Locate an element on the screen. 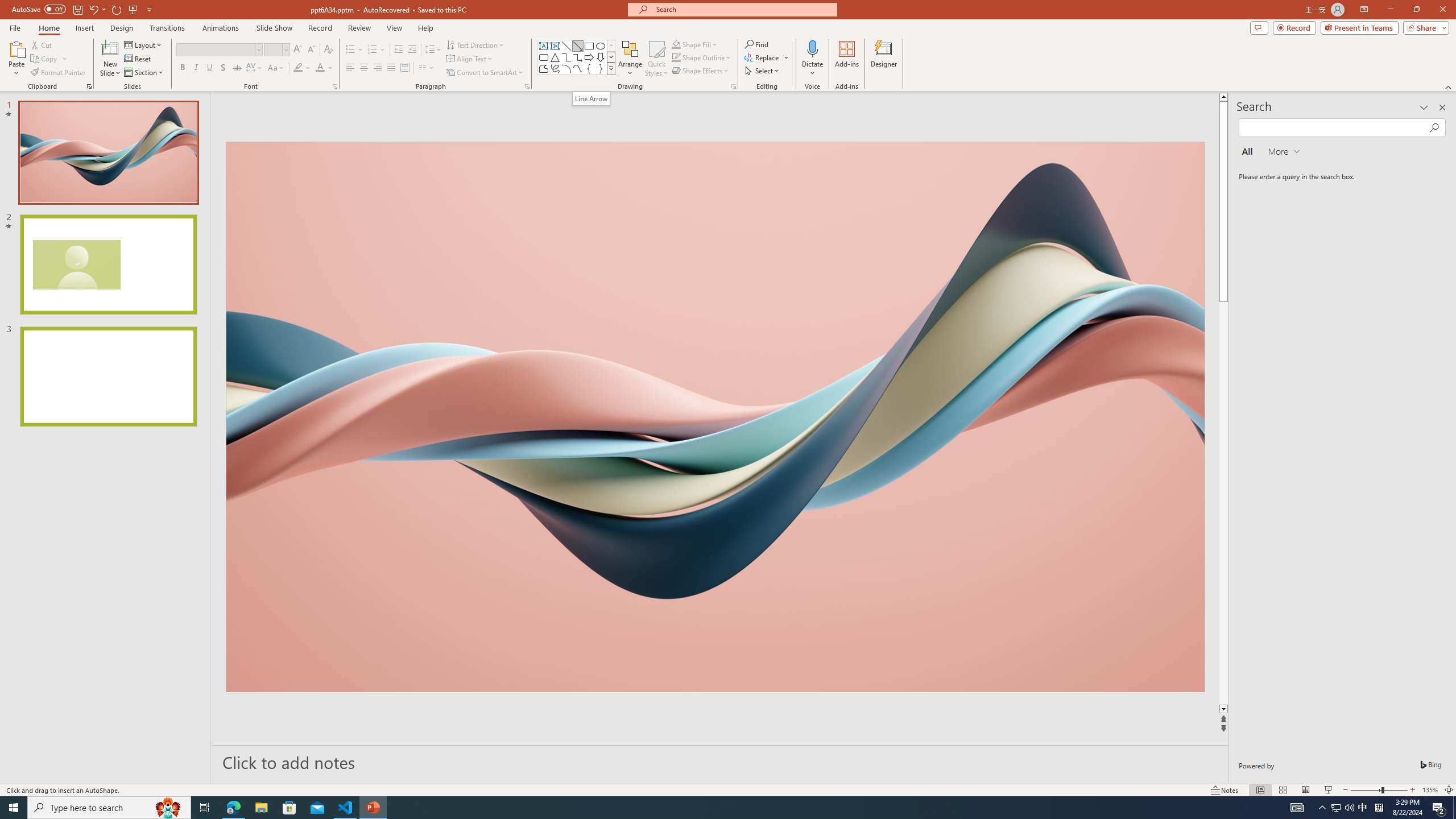  'Cut' is located at coordinates (42, 44).